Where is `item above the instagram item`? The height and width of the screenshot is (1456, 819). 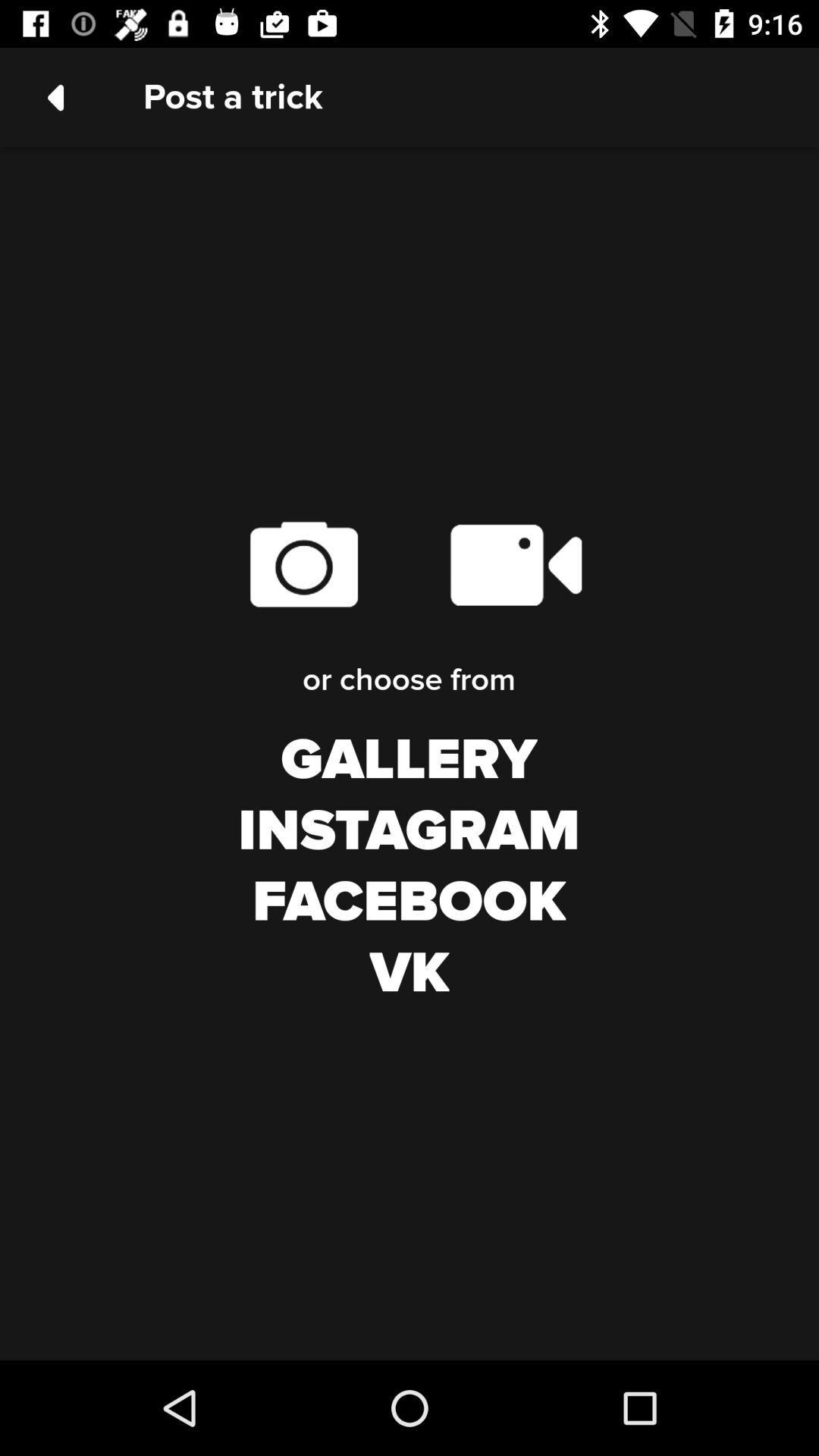 item above the instagram item is located at coordinates (408, 761).